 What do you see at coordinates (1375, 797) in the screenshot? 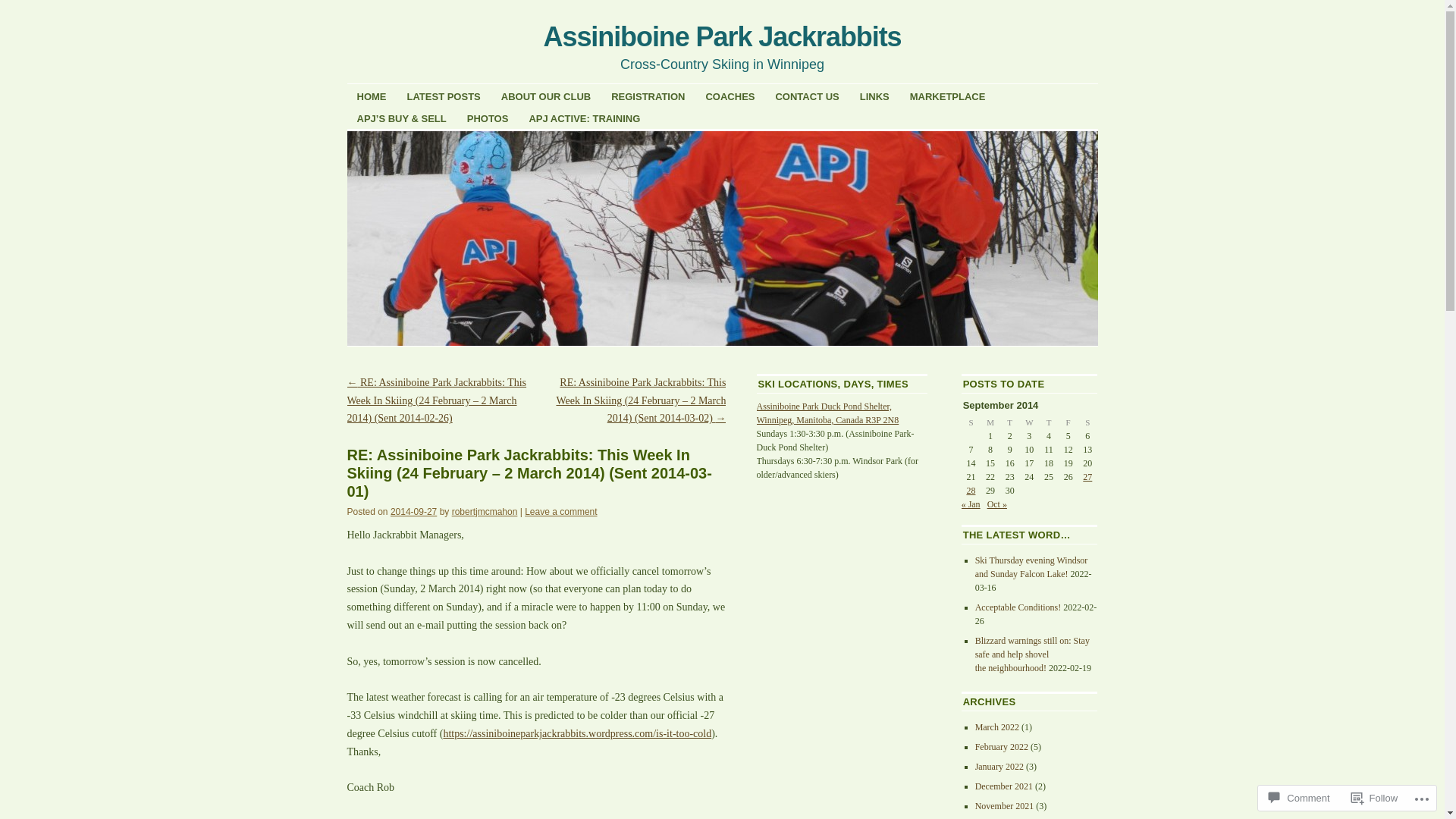
I see `'Follow'` at bounding box center [1375, 797].